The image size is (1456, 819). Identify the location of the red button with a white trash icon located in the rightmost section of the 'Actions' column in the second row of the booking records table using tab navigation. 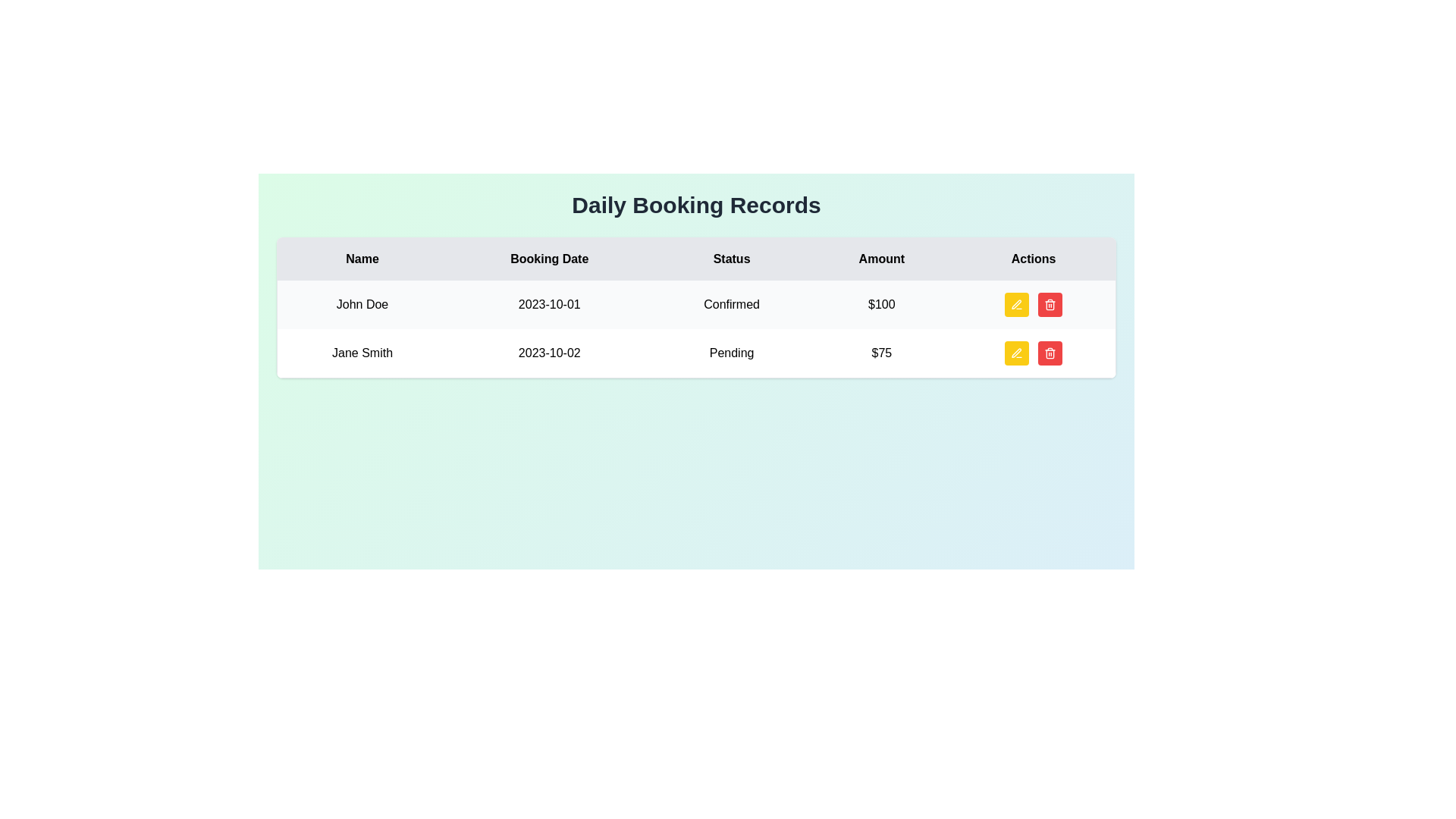
(1050, 353).